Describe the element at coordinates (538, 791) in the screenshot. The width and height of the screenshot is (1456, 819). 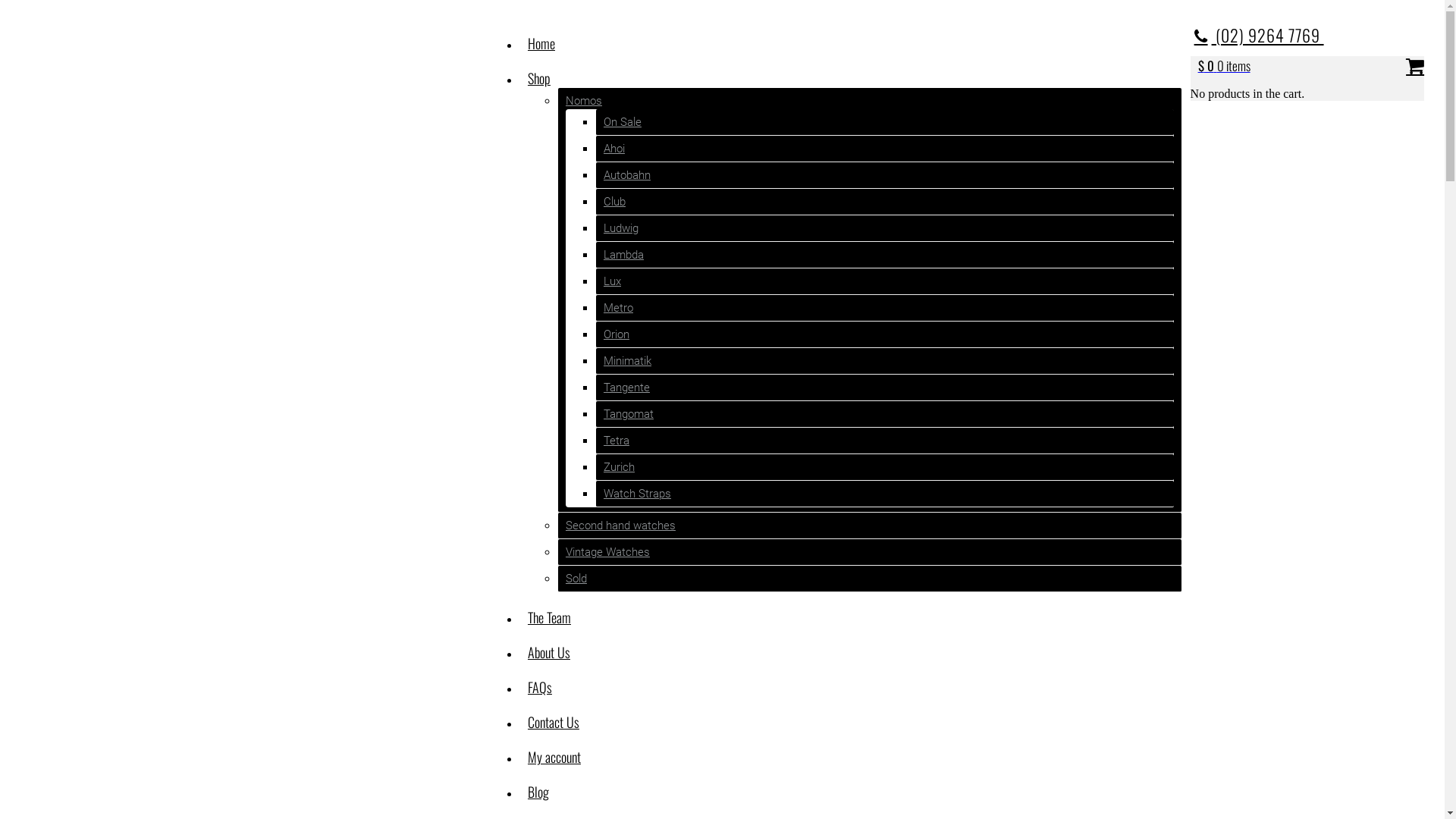
I see `'Blog'` at that location.